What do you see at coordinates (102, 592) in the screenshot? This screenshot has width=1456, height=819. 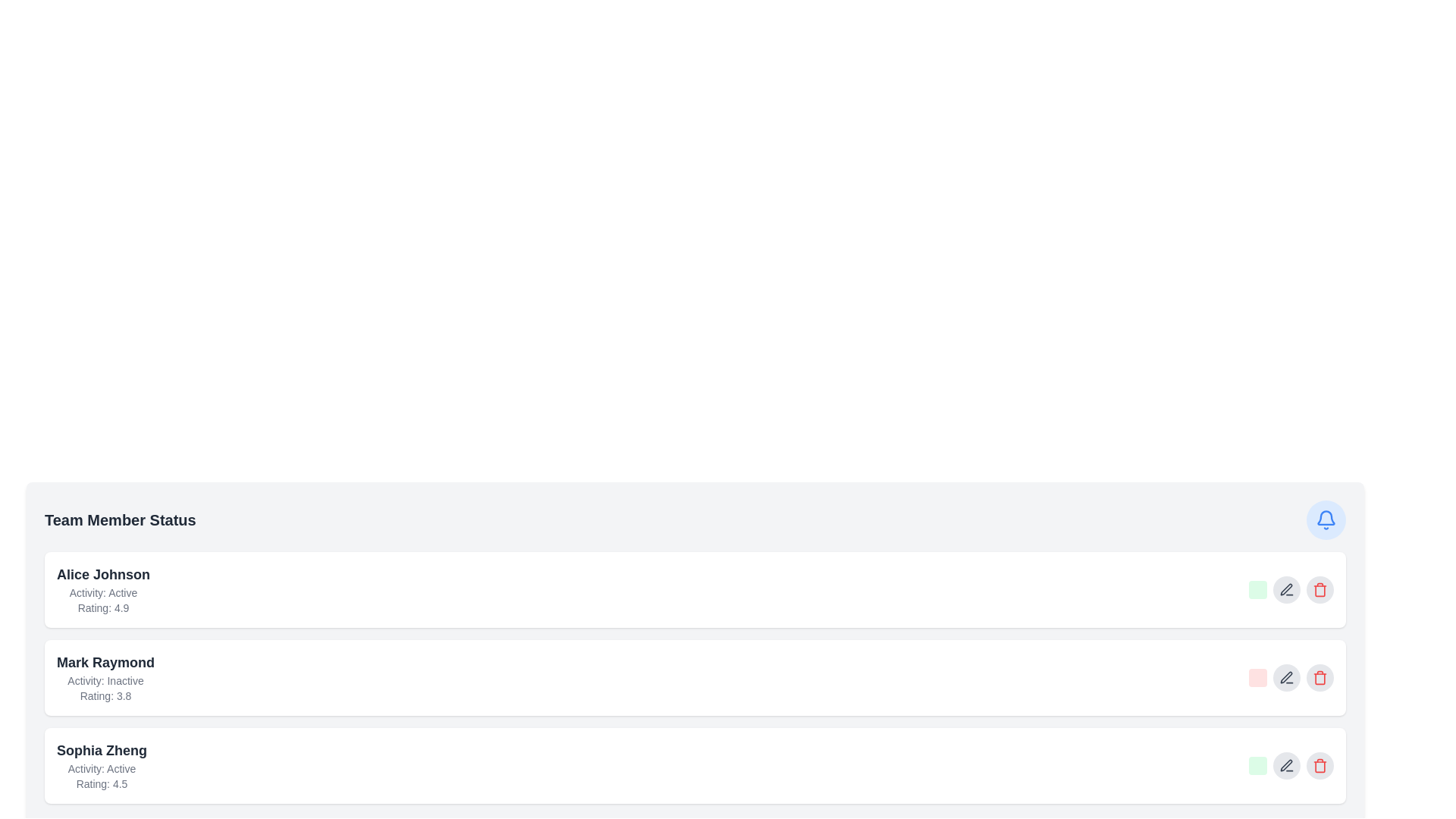 I see `the text label displaying 'Activity: Active', which is styled in gray and located within a user detail card, positioned below 'Alice Johnson'` at bounding box center [102, 592].